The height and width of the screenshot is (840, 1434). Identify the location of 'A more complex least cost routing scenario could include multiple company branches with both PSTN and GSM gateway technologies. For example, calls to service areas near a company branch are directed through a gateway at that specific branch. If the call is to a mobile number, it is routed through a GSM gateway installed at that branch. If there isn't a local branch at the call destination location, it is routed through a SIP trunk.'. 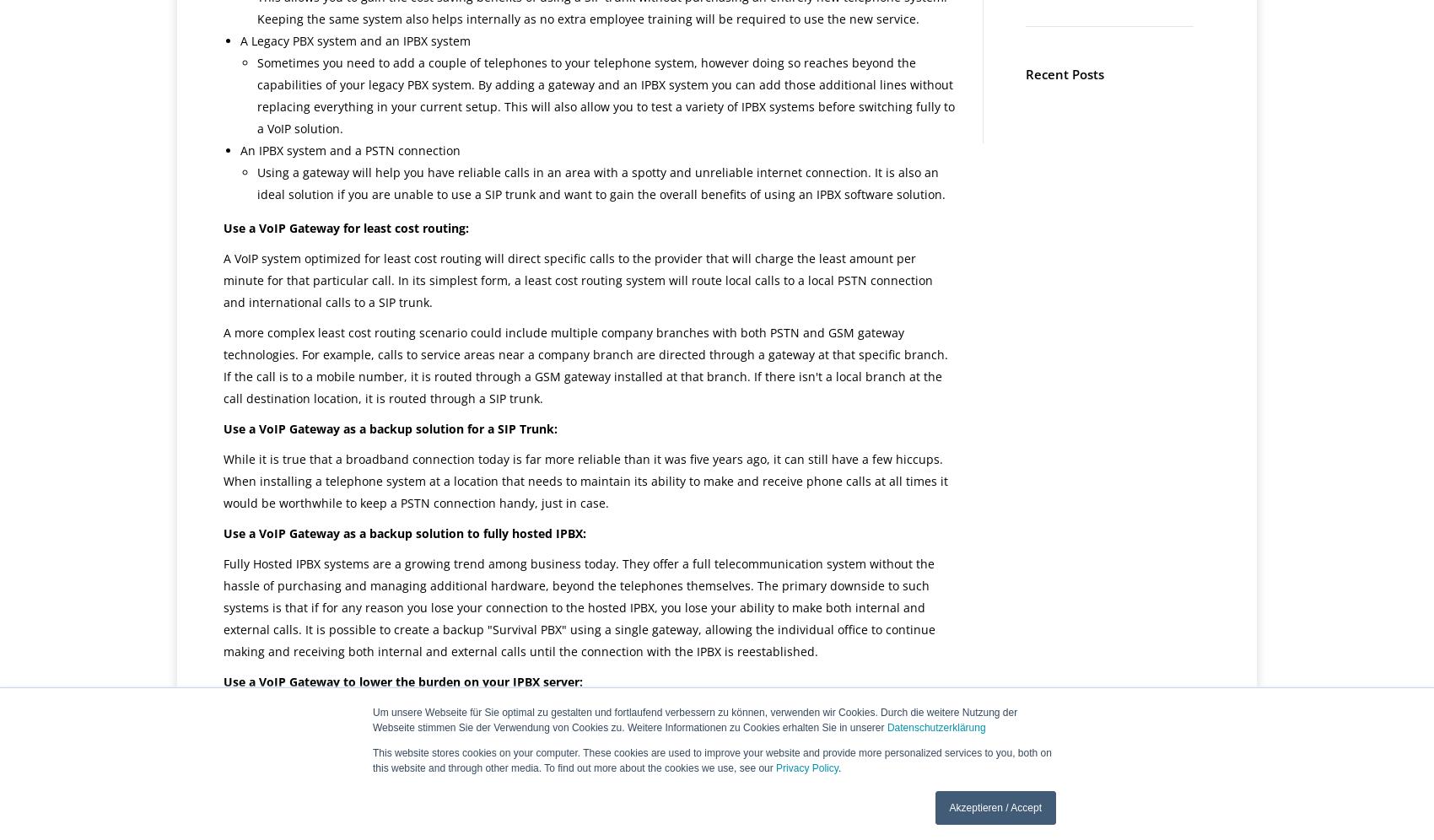
(585, 365).